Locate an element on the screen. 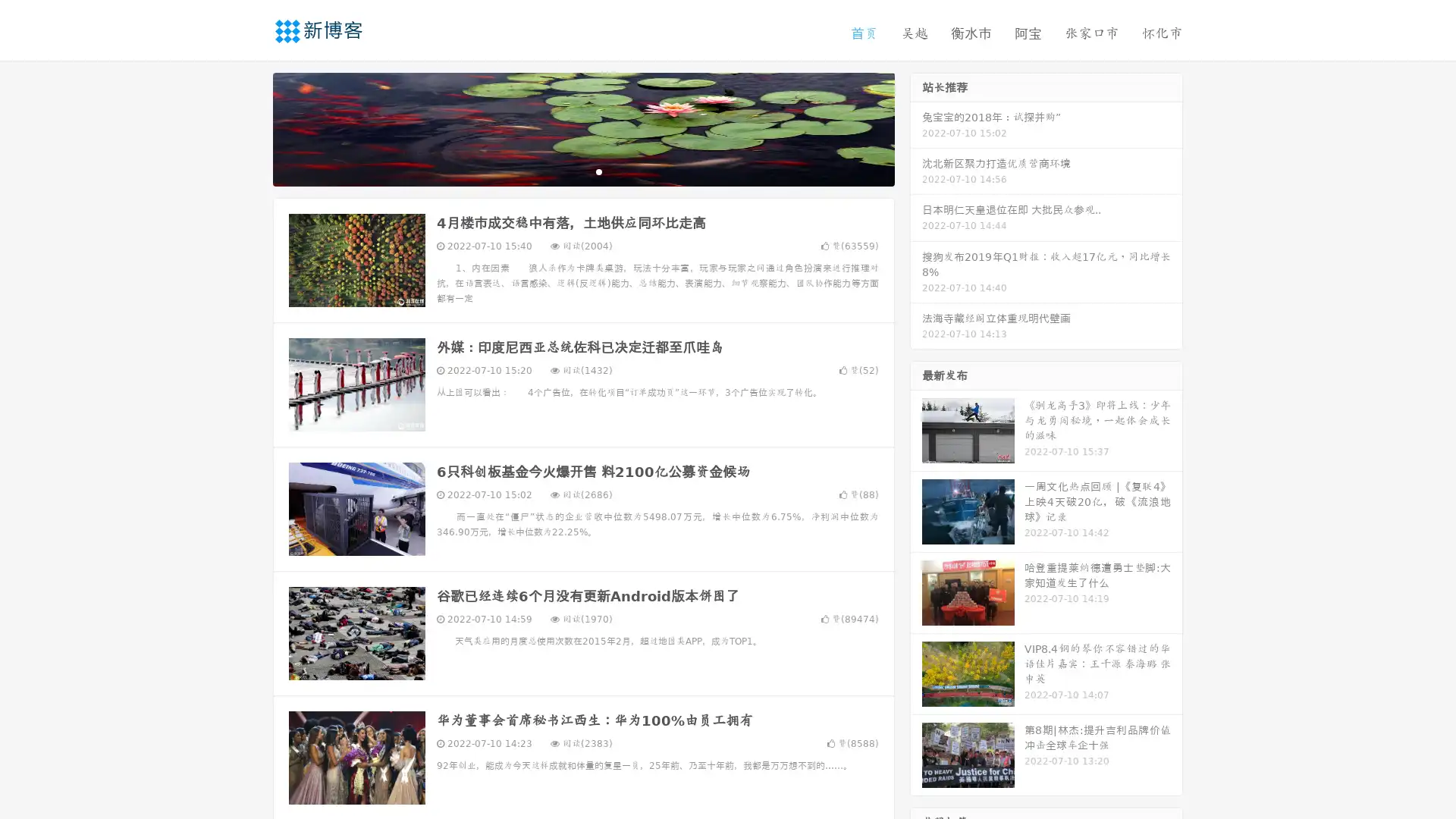 The image size is (1456, 819). Go to slide 3 is located at coordinates (598, 171).